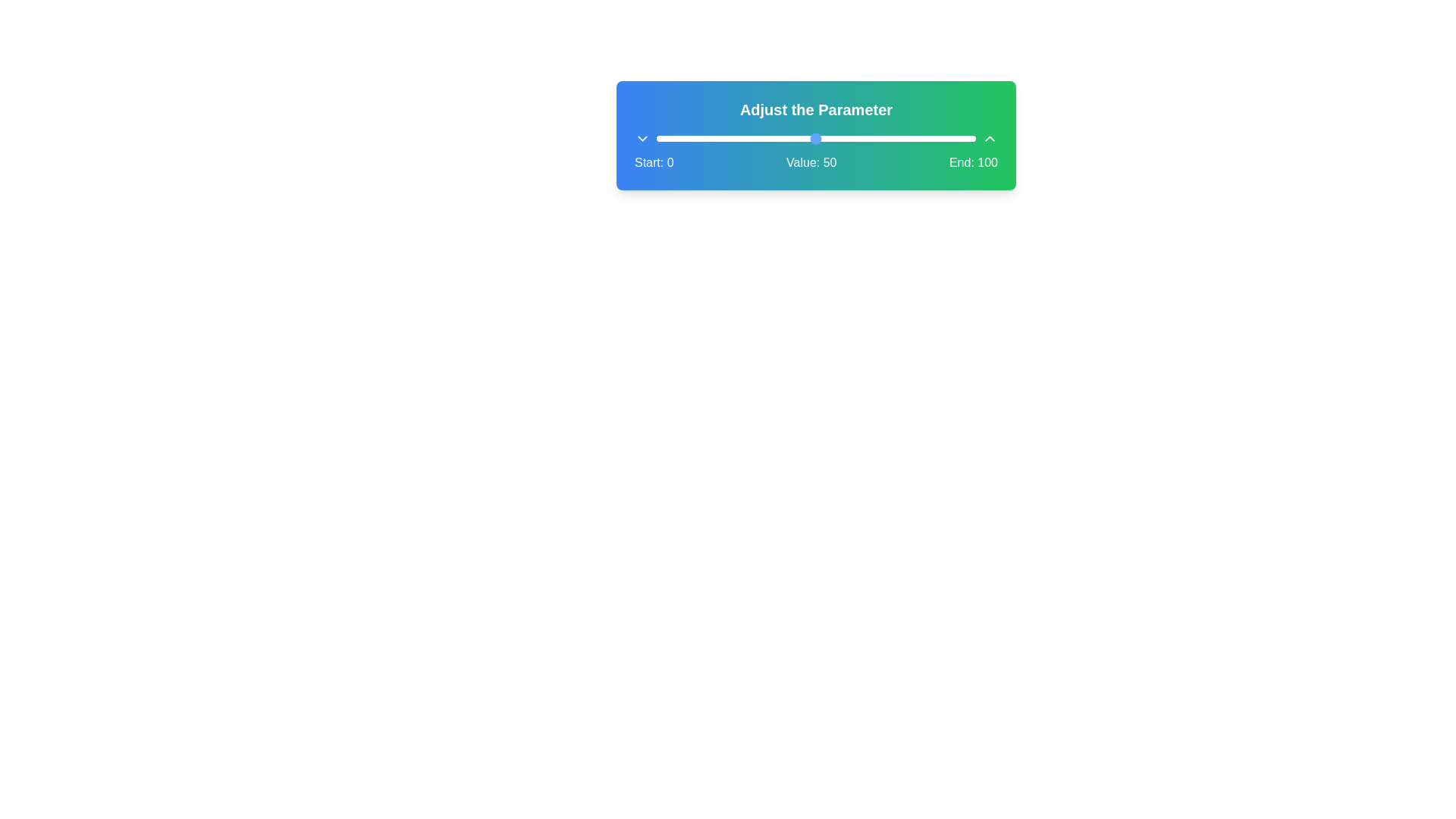 The image size is (1456, 819). Describe the element at coordinates (654, 163) in the screenshot. I see `the static text label displaying 'Start: 0', located at the leftmost position among three labeled indicators within a gradient rectangular area` at that location.